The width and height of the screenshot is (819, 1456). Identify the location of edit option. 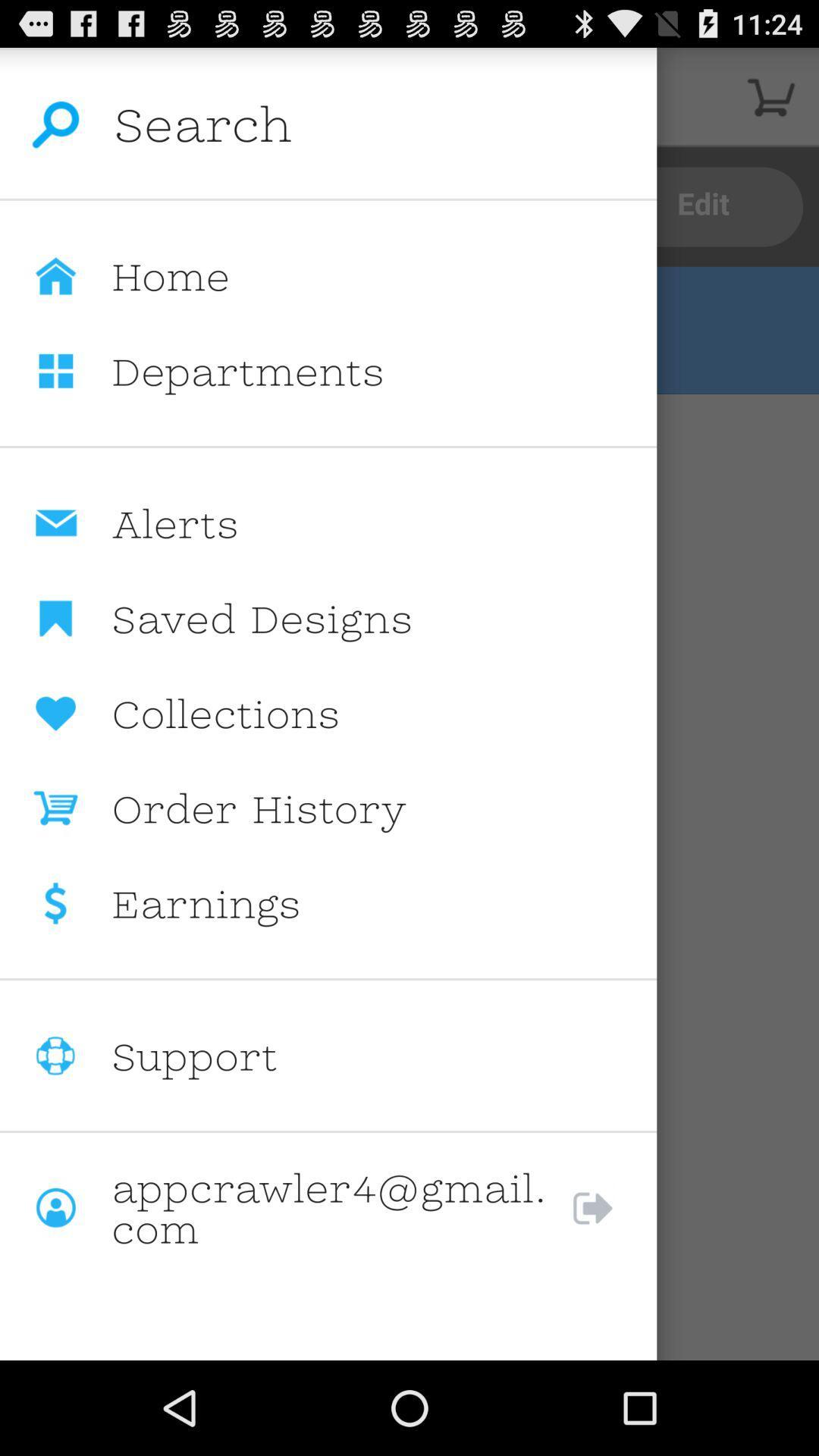
(704, 206).